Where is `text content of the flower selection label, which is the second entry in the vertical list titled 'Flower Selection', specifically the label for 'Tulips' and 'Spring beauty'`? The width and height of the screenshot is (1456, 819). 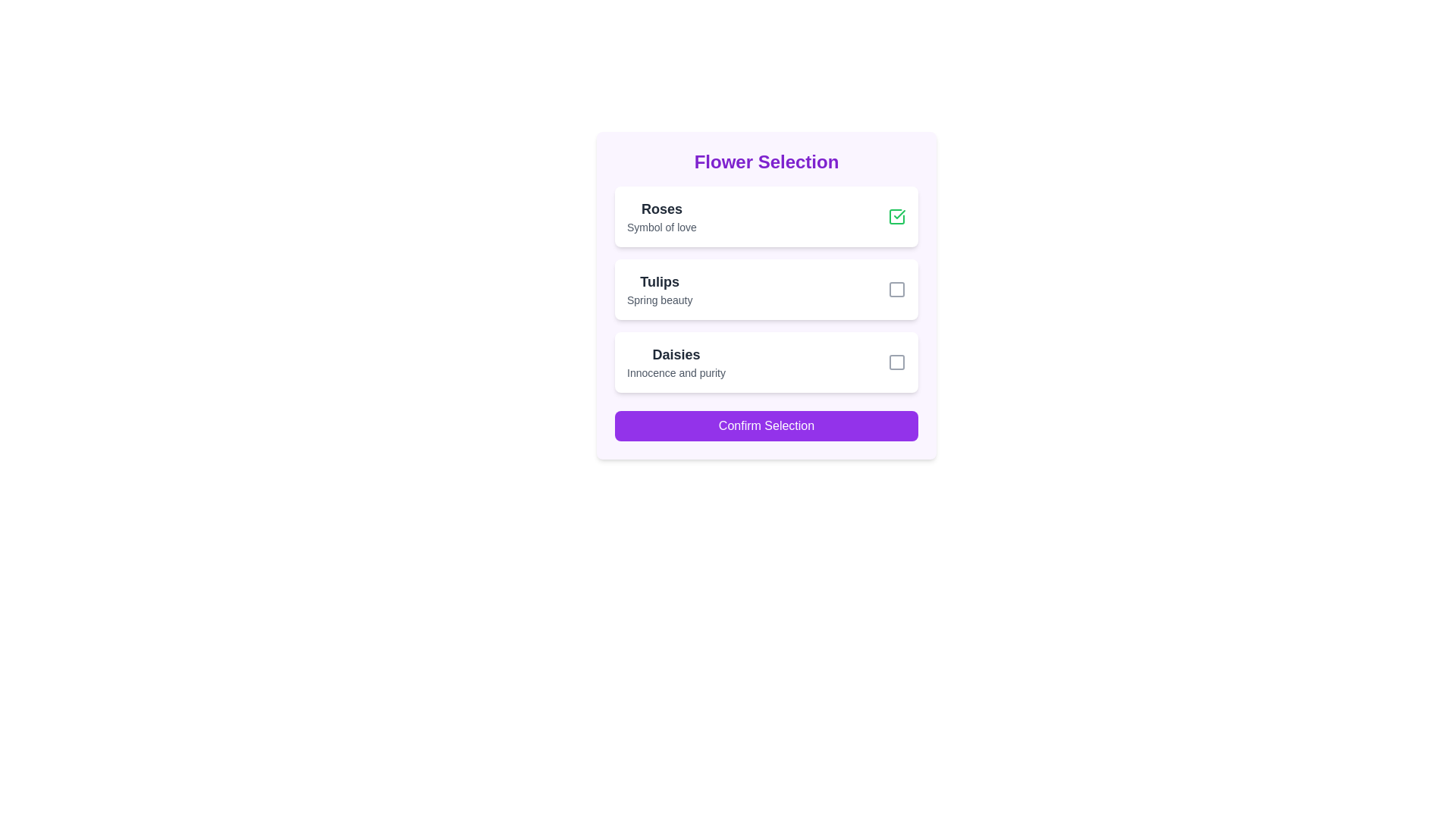
text content of the flower selection label, which is the second entry in the vertical list titled 'Flower Selection', specifically the label for 'Tulips' and 'Spring beauty' is located at coordinates (660, 289).